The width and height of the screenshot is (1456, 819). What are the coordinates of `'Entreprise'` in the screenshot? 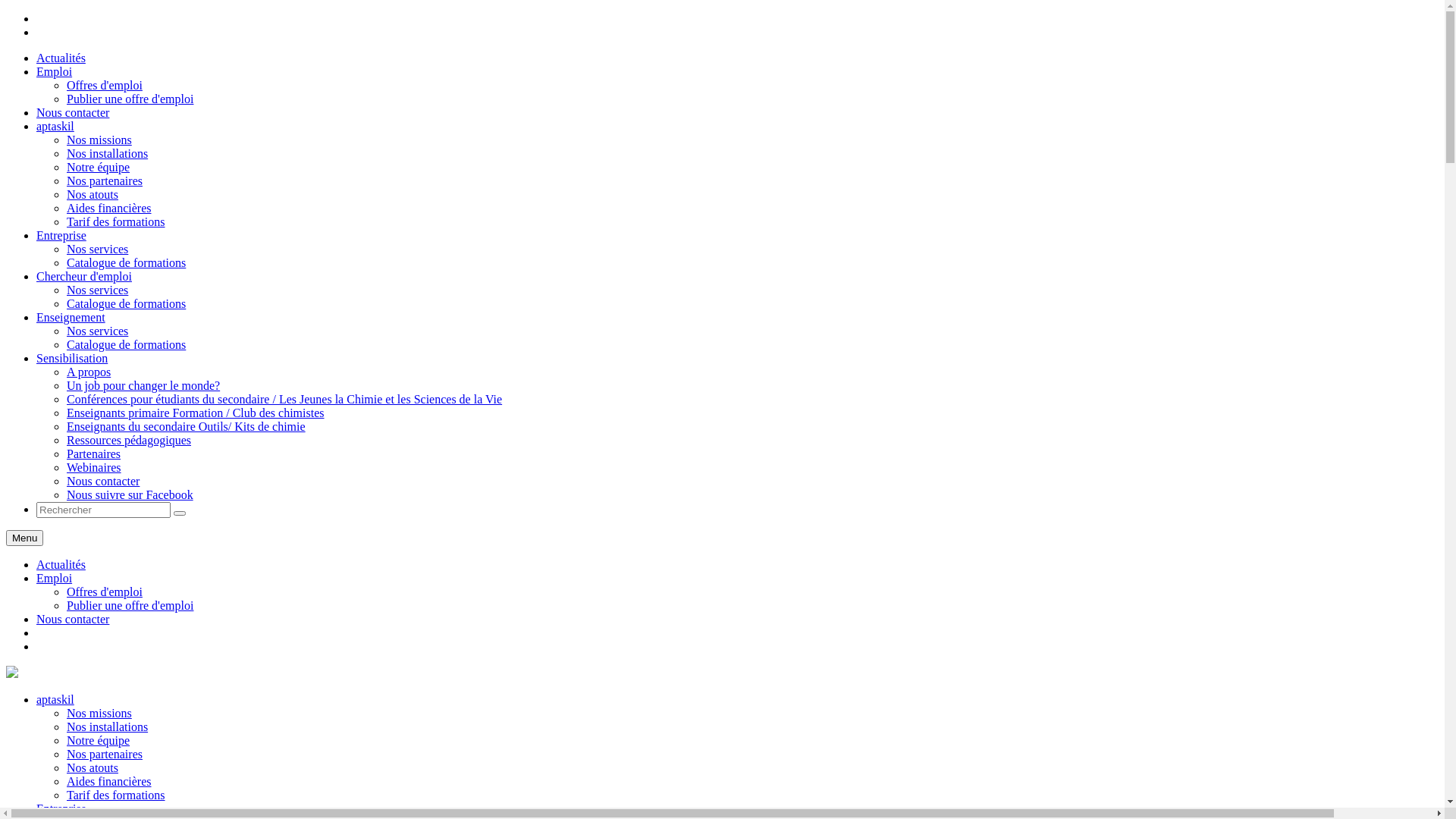 It's located at (36, 808).